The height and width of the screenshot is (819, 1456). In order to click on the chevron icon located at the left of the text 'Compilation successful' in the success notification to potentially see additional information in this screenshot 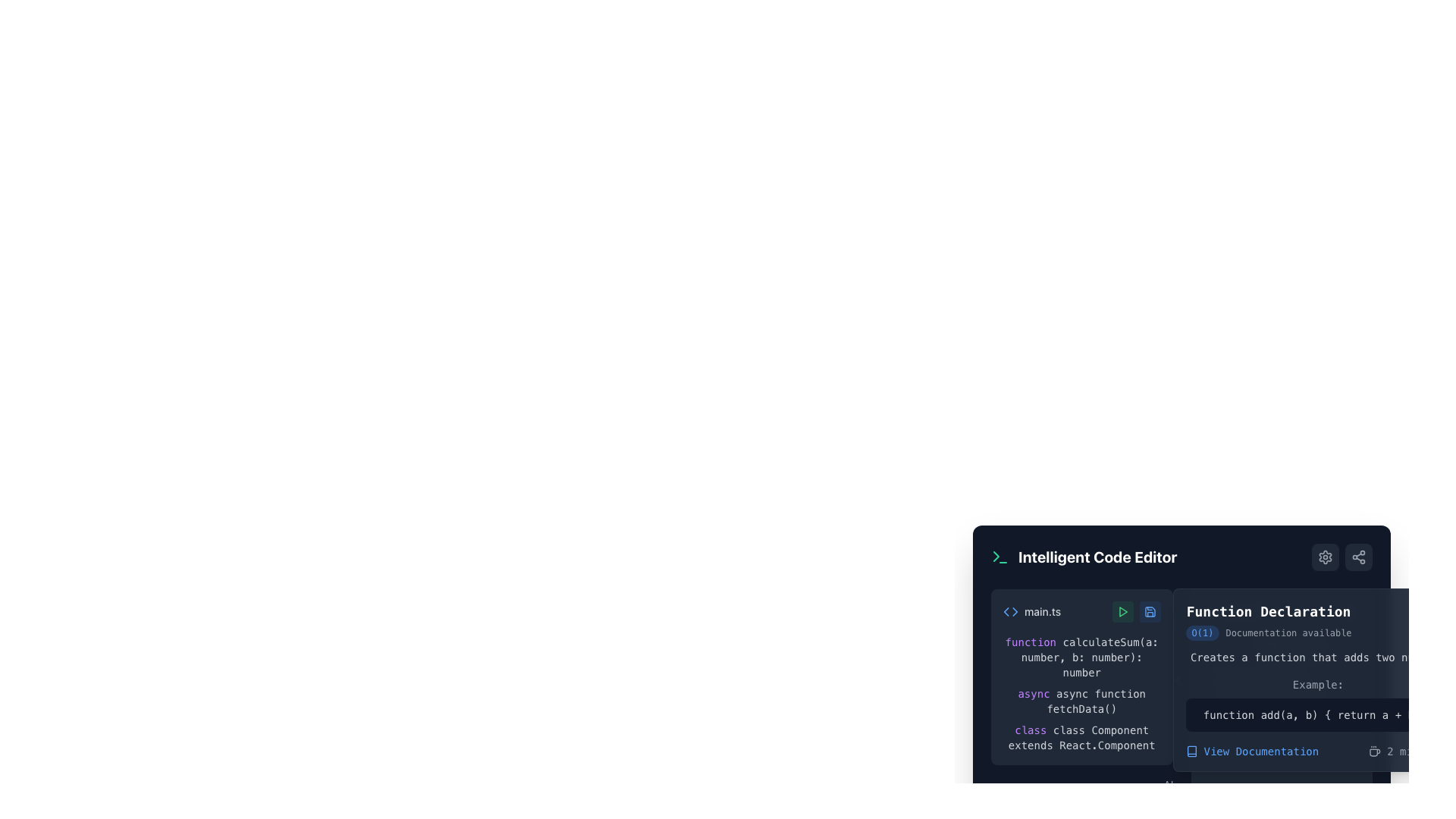, I will do `click(1208, 648)`.